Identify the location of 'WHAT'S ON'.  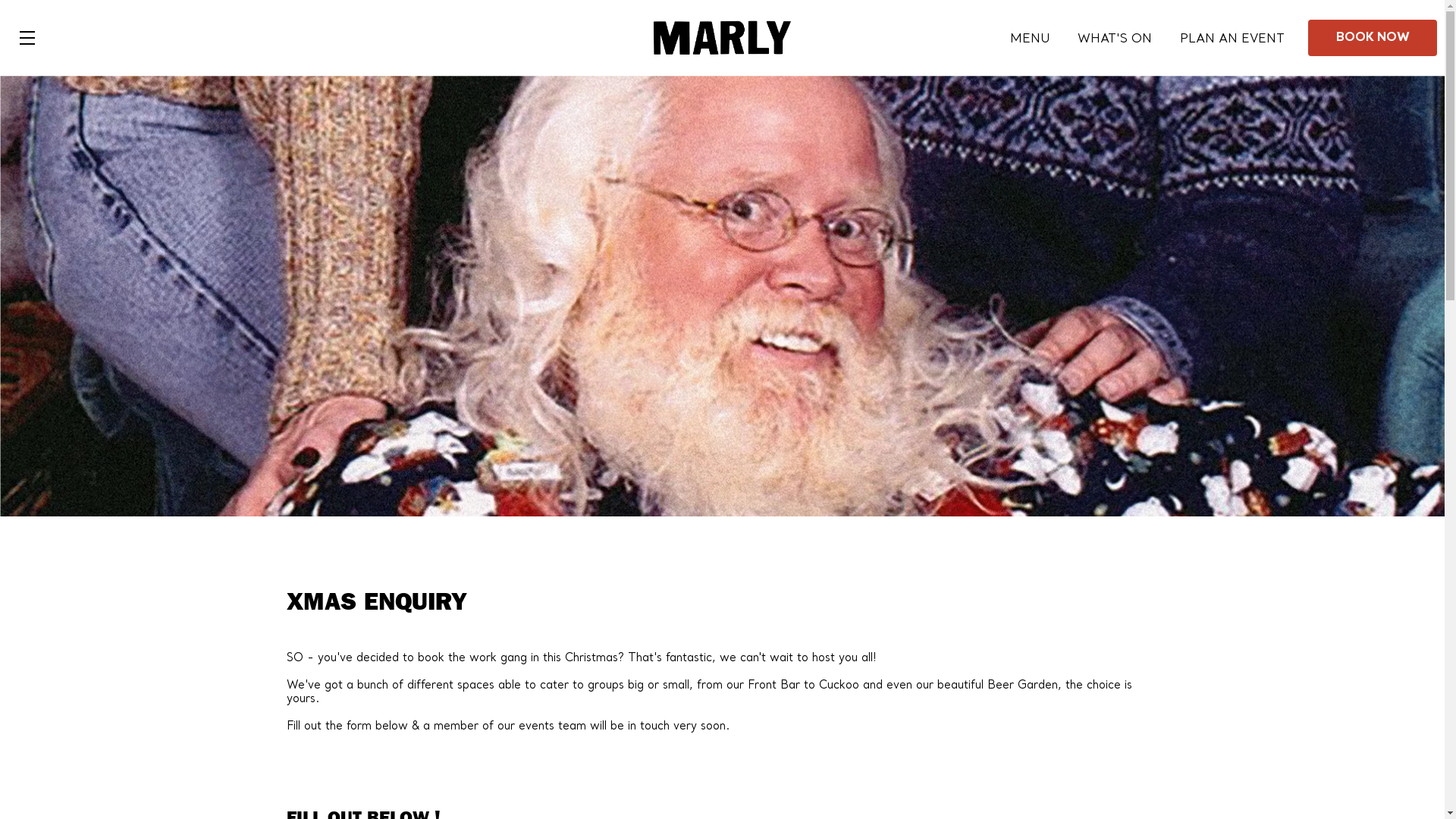
(1076, 38).